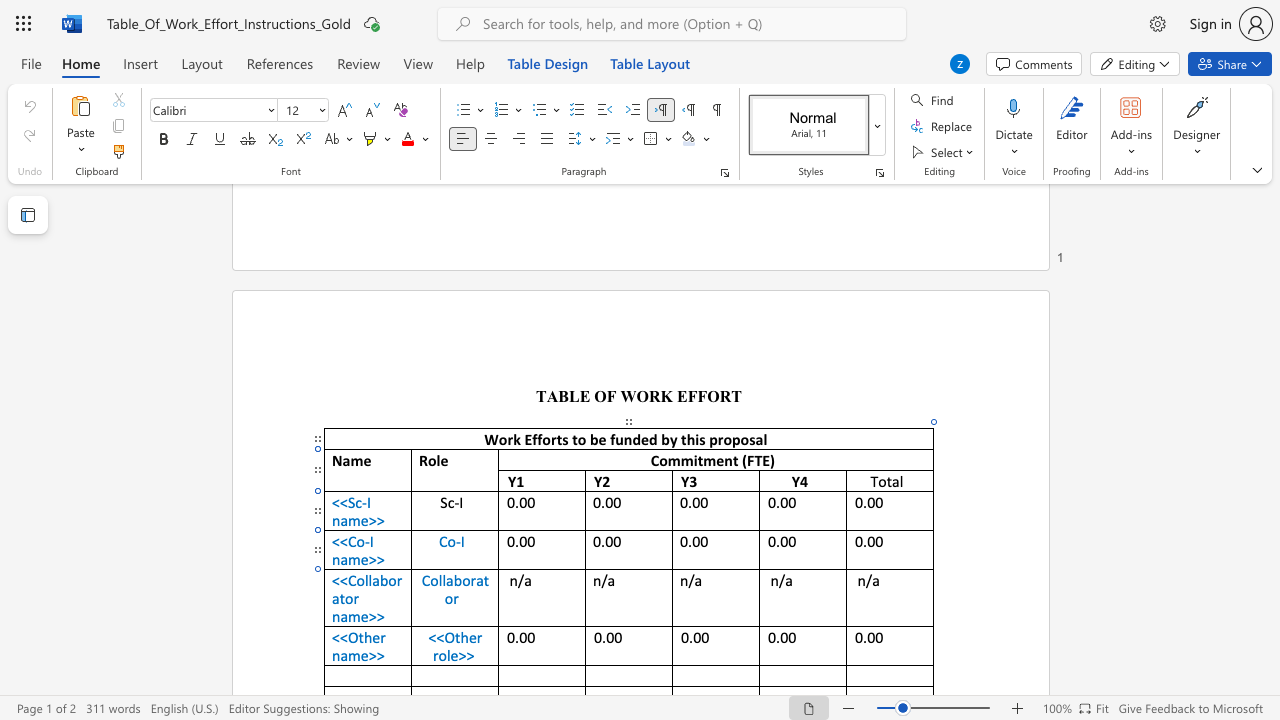 The height and width of the screenshot is (720, 1280). What do you see at coordinates (360, 580) in the screenshot?
I see `the 1th character "o" in the text` at bounding box center [360, 580].